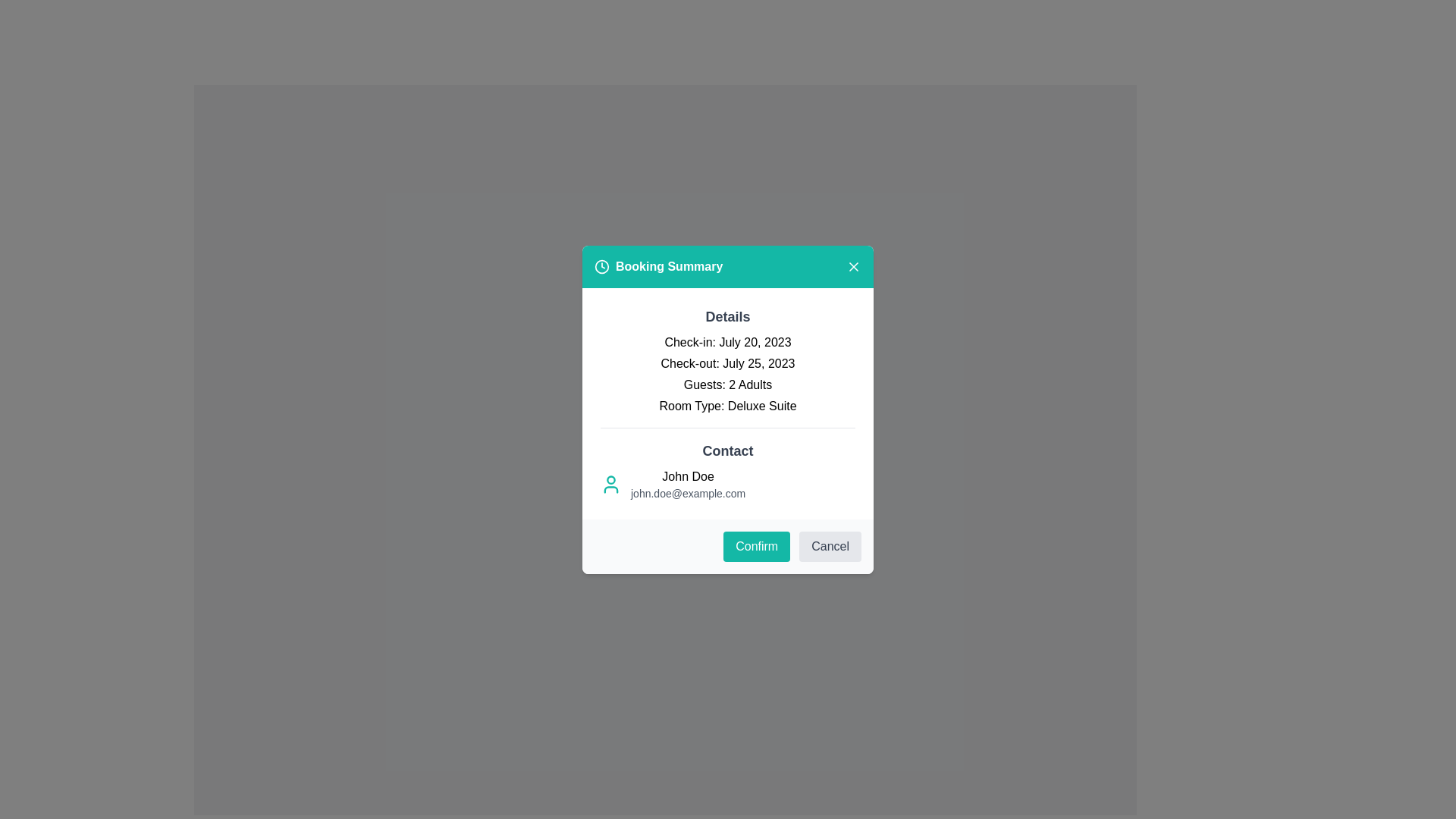  Describe the element at coordinates (687, 493) in the screenshot. I see `the text element displaying the email address 'john.doe@example.com' located underneath the bold name 'John Doe' in the 'Contact' section of the booking summary` at that location.